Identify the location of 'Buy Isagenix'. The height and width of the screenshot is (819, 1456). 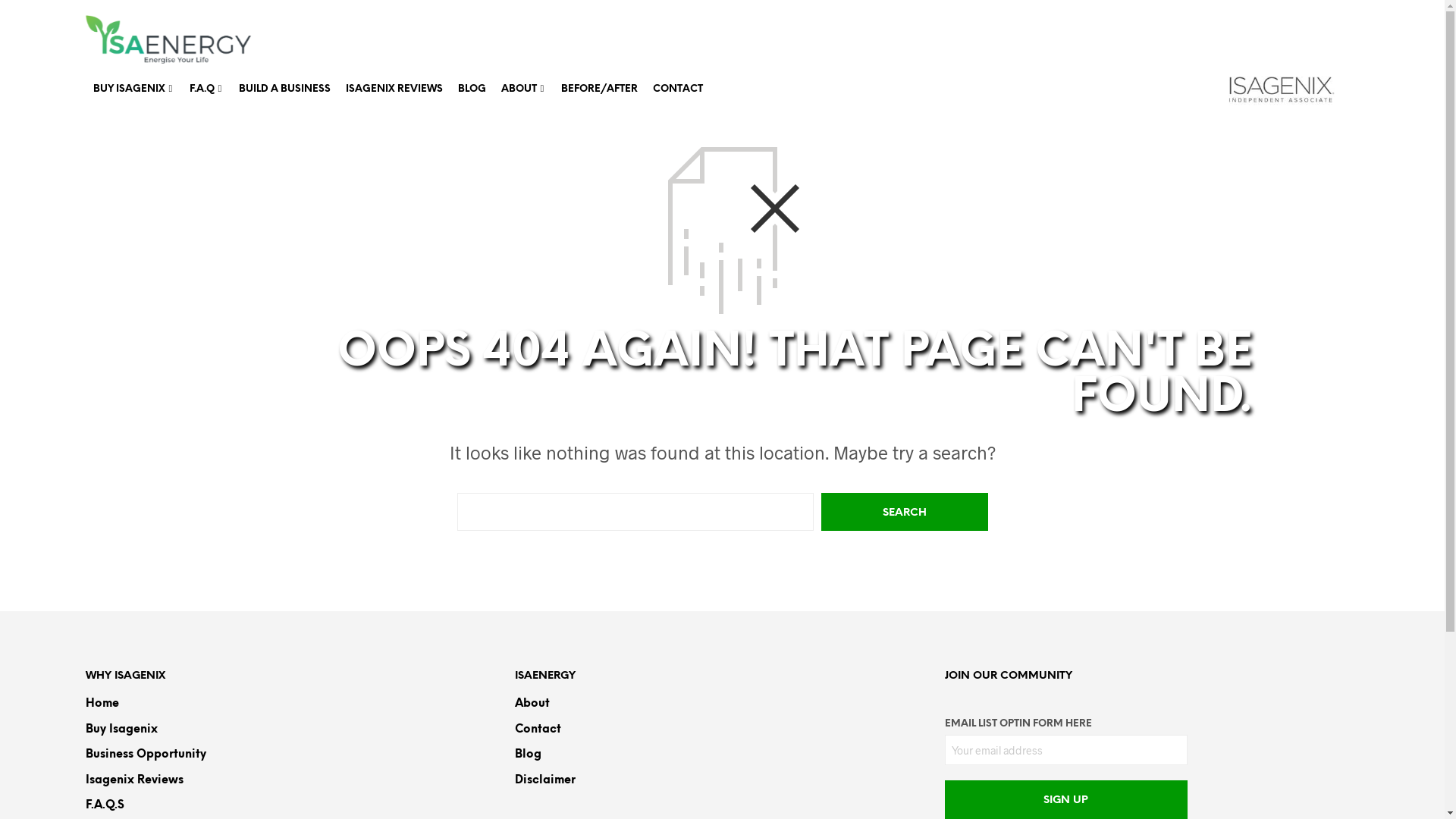
(120, 728).